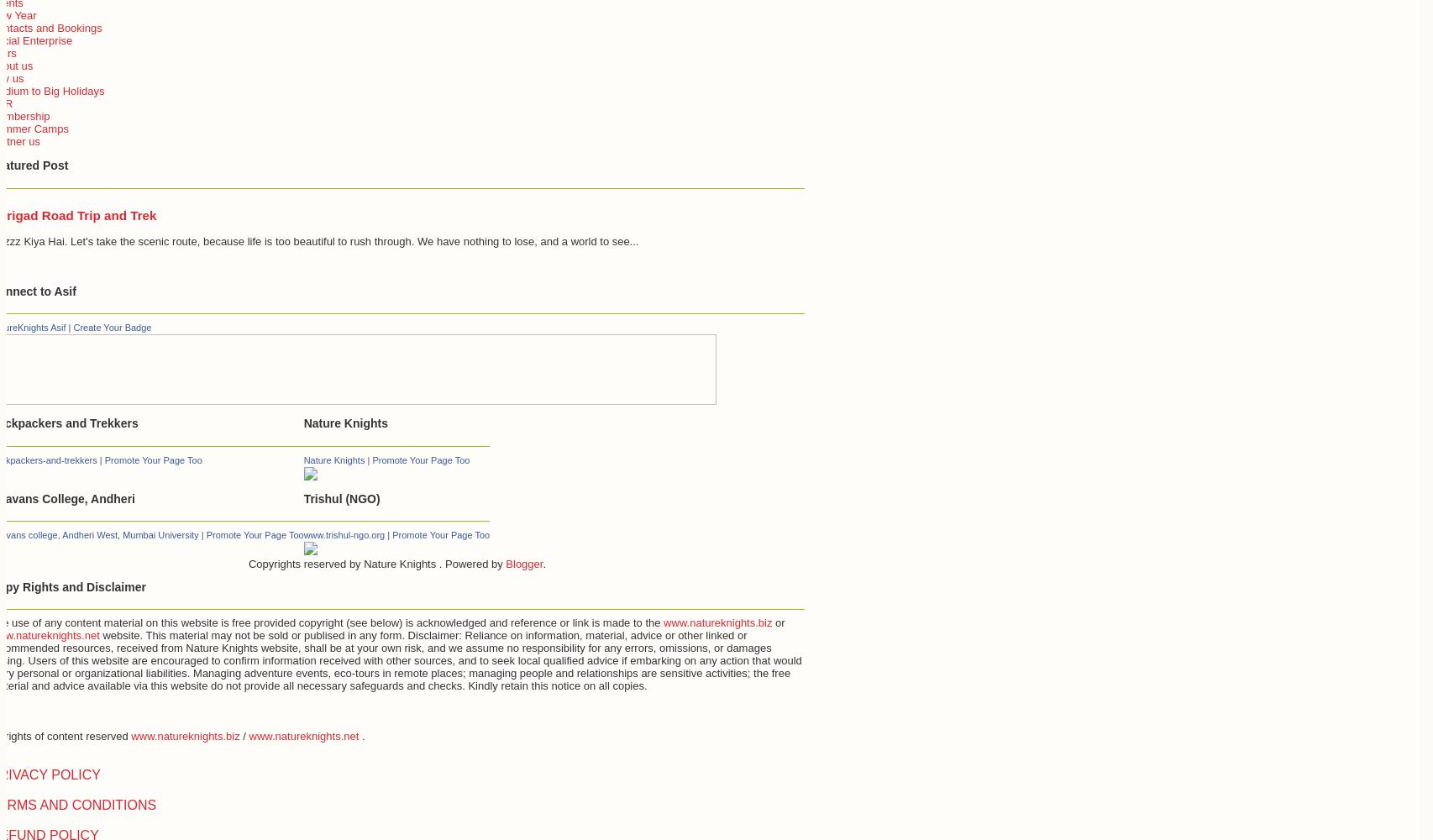 This screenshot has height=840, width=1433. Describe the element at coordinates (375, 564) in the screenshot. I see `'Copyrights reserved by Nature Knights . Powered by'` at that location.